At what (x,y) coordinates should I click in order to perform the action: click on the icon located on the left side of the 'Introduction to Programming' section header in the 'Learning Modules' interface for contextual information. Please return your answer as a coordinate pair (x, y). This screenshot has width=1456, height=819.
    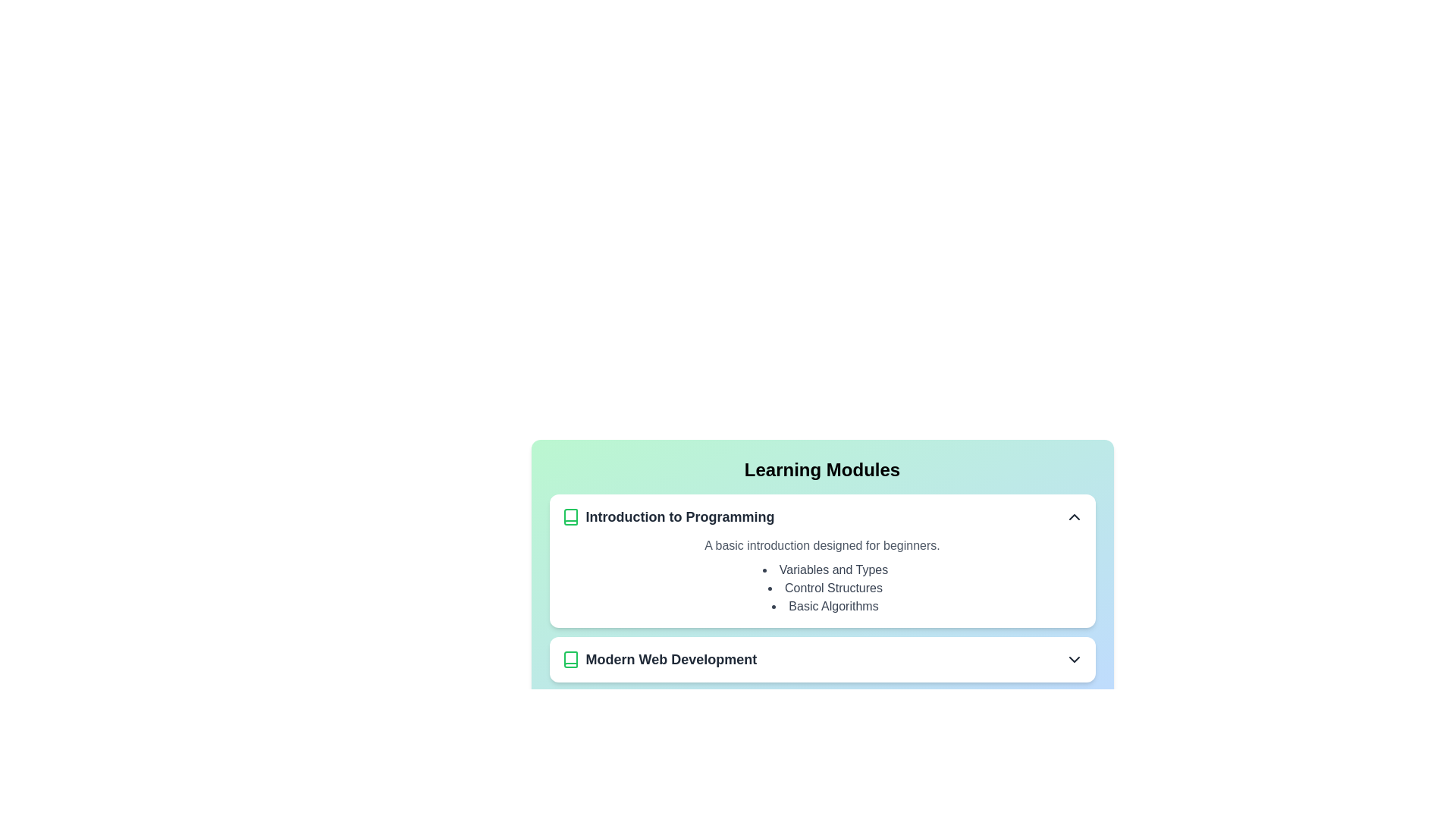
    Looking at the image, I should click on (570, 516).